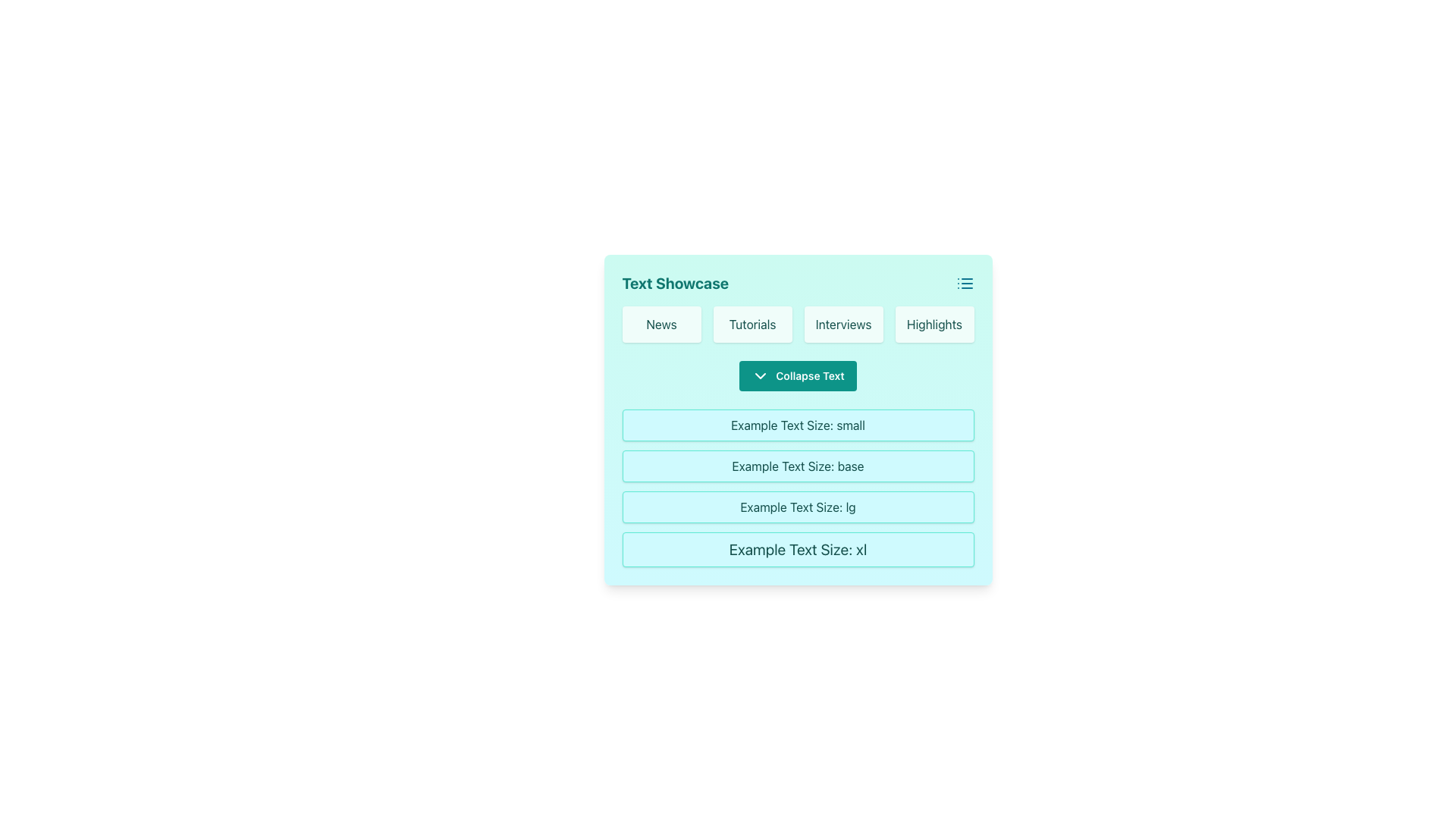 This screenshot has height=819, width=1456. Describe the element at coordinates (752, 324) in the screenshot. I see `the 'Tutorials' button, which is a teal rectangular button with rounded corners, to trigger its hover effects` at that location.